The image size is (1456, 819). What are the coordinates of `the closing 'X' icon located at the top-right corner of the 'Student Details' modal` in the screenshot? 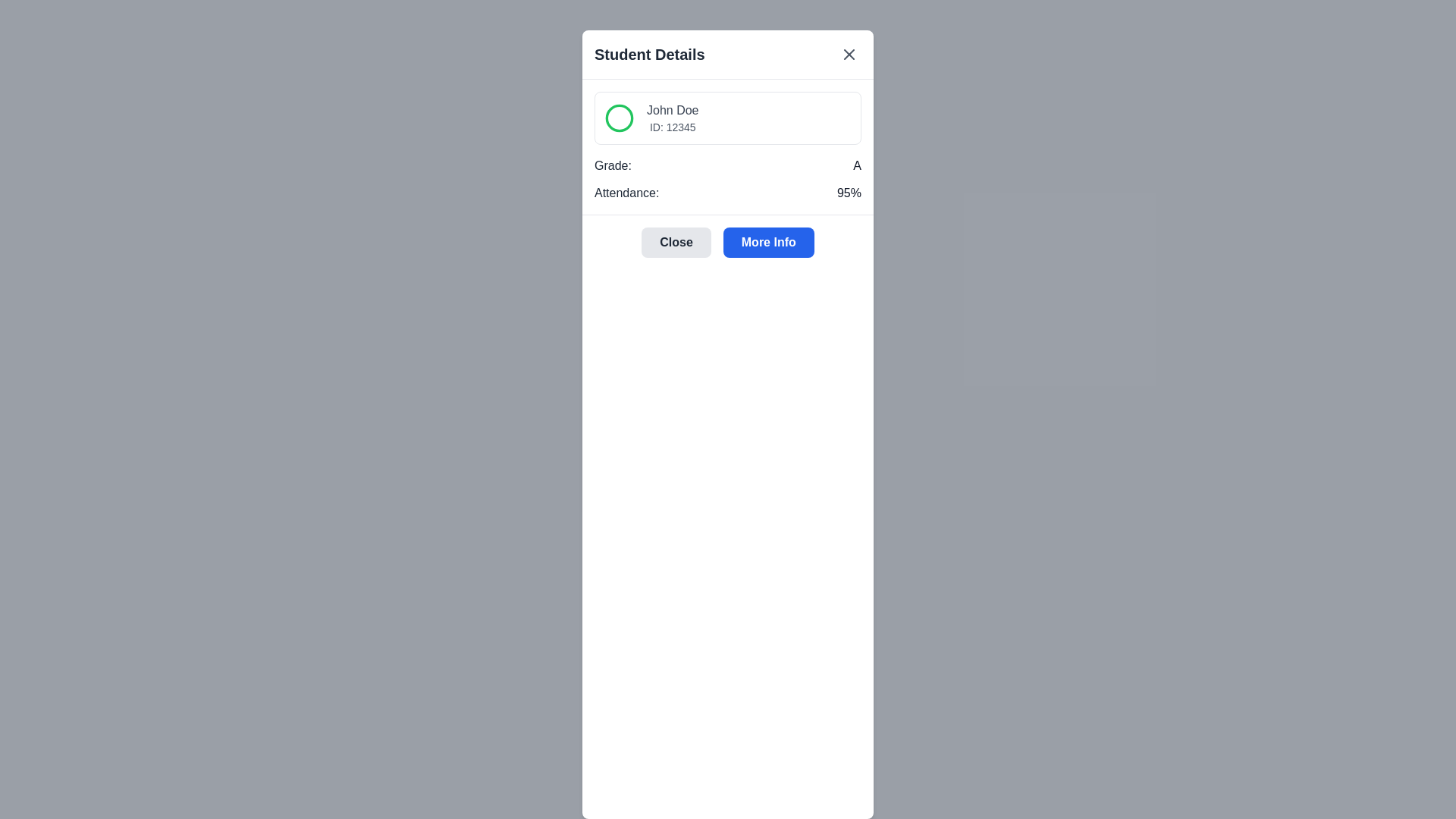 It's located at (848, 54).